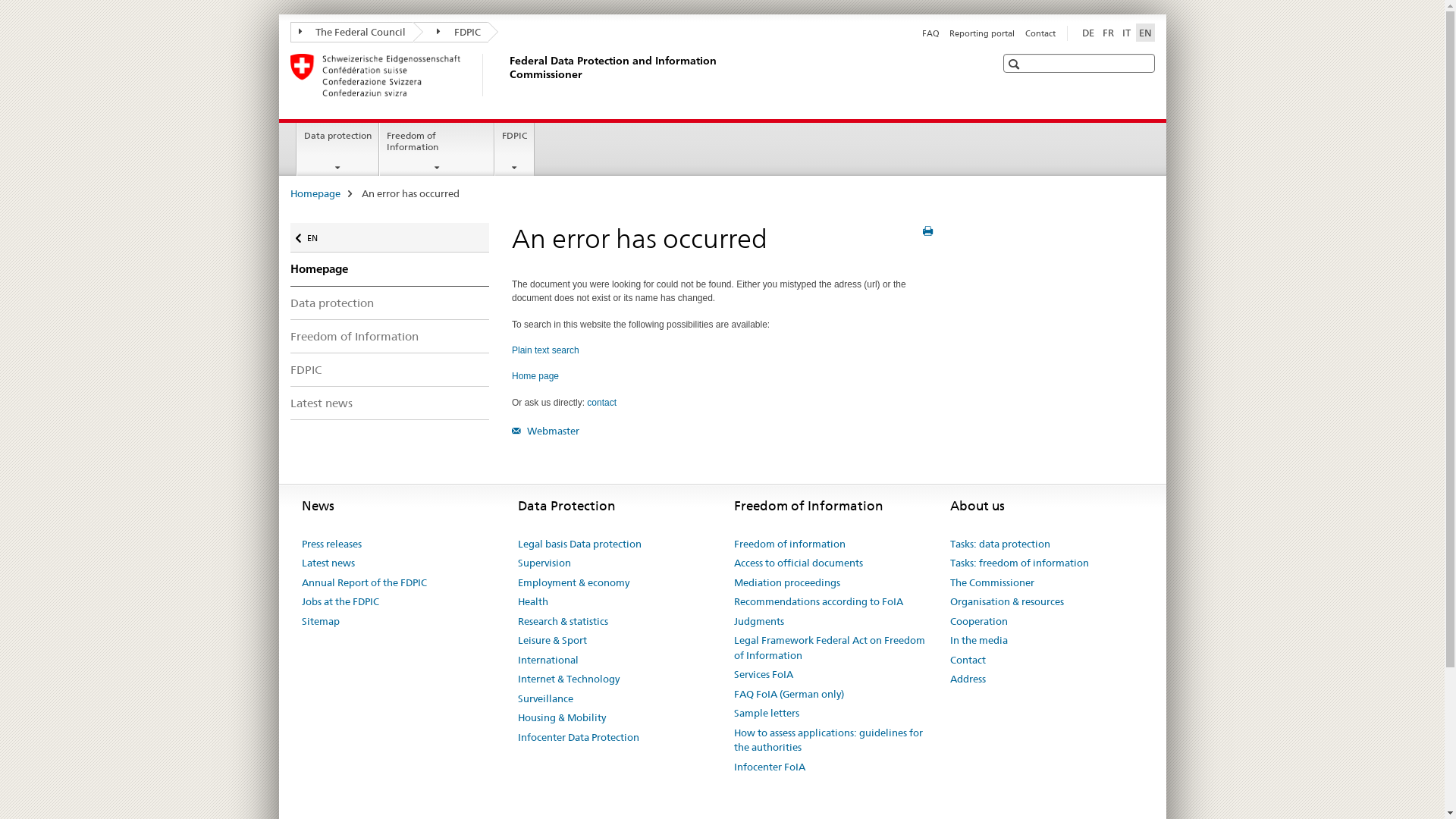 The height and width of the screenshot is (819, 1456). Describe the element at coordinates (450, 32) in the screenshot. I see `'FDPIC'` at that location.